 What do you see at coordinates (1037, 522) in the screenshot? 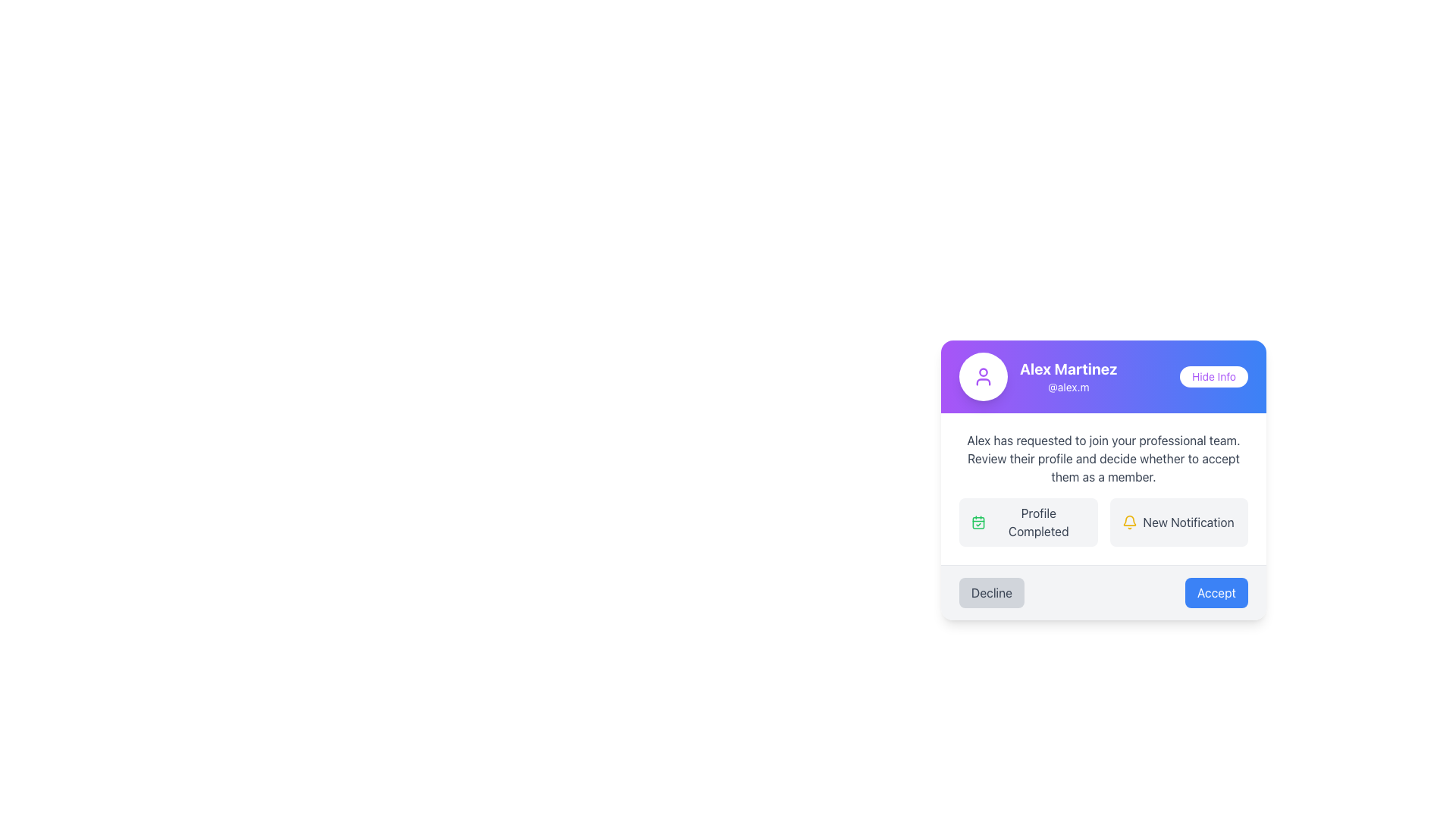
I see `text label that indicates the completion status of a profile, which is positioned between a green calendar icon and a notification icon` at bounding box center [1037, 522].